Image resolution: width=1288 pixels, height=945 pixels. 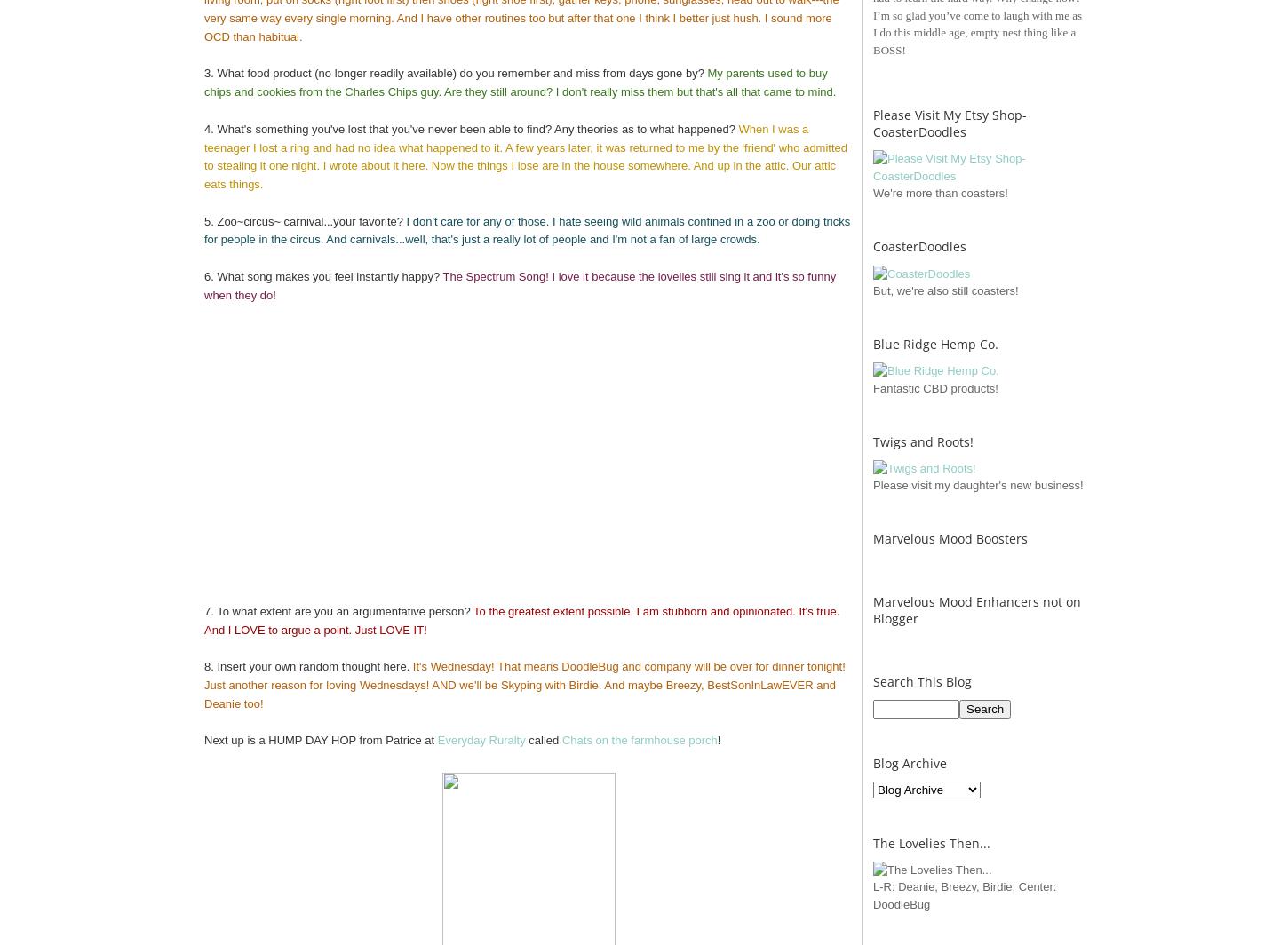 What do you see at coordinates (950, 538) in the screenshot?
I see `'Marvelous Mood Boosters'` at bounding box center [950, 538].